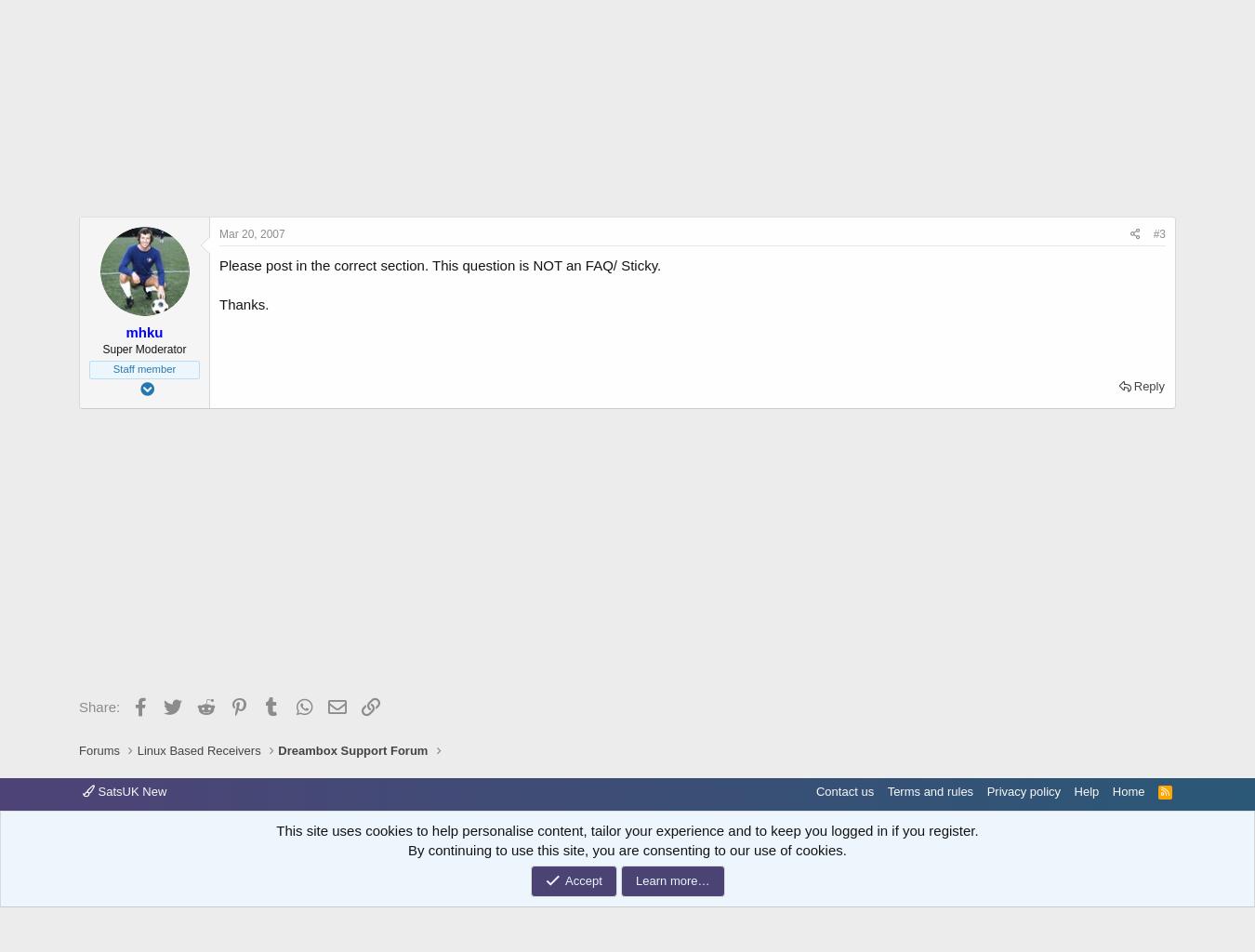 This screenshot has width=1255, height=952. Describe the element at coordinates (517, 838) in the screenshot. I see `'XenPorta 2 PRO'` at that location.